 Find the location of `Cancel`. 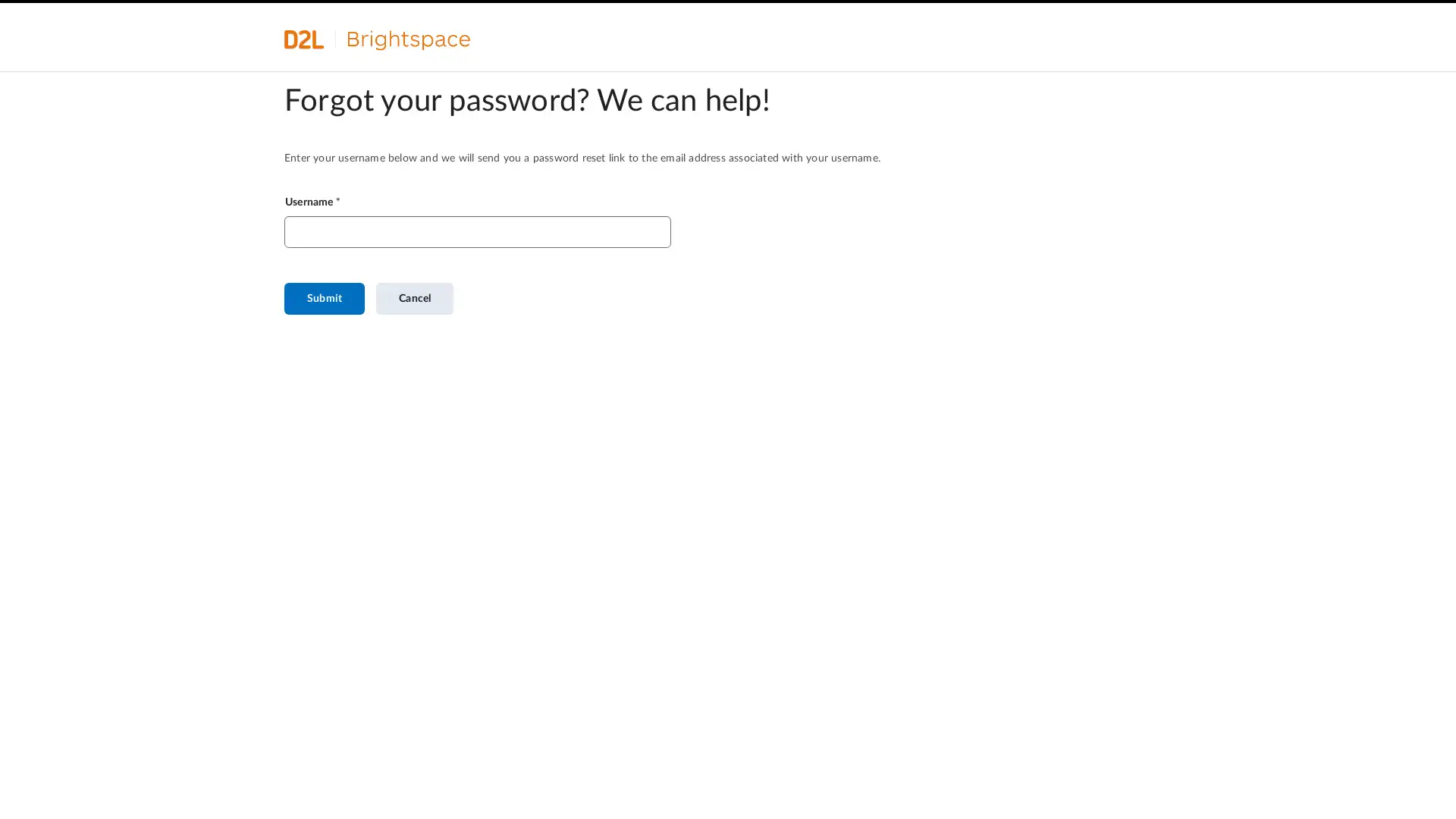

Cancel is located at coordinates (415, 298).